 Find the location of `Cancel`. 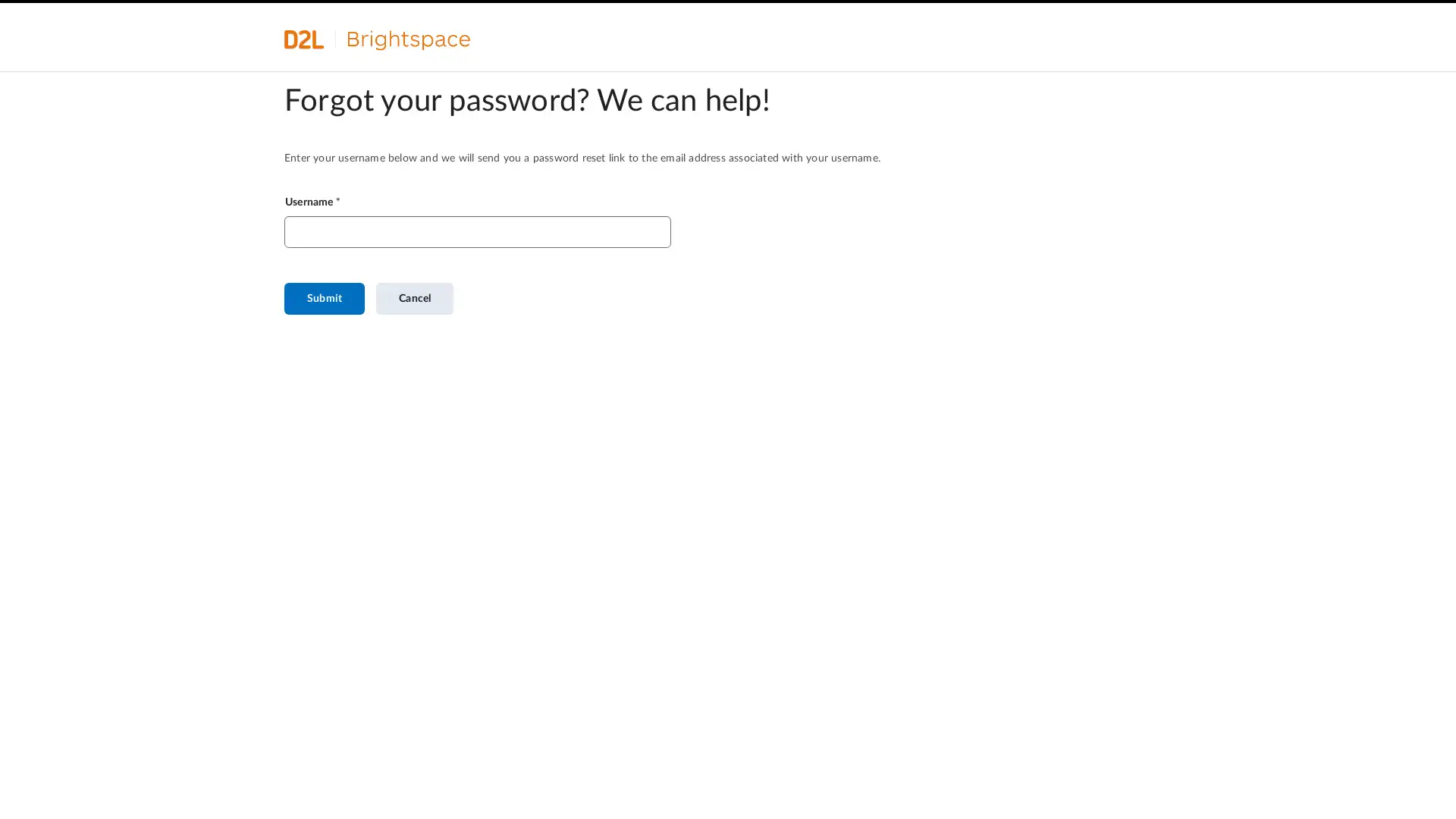

Cancel is located at coordinates (415, 298).